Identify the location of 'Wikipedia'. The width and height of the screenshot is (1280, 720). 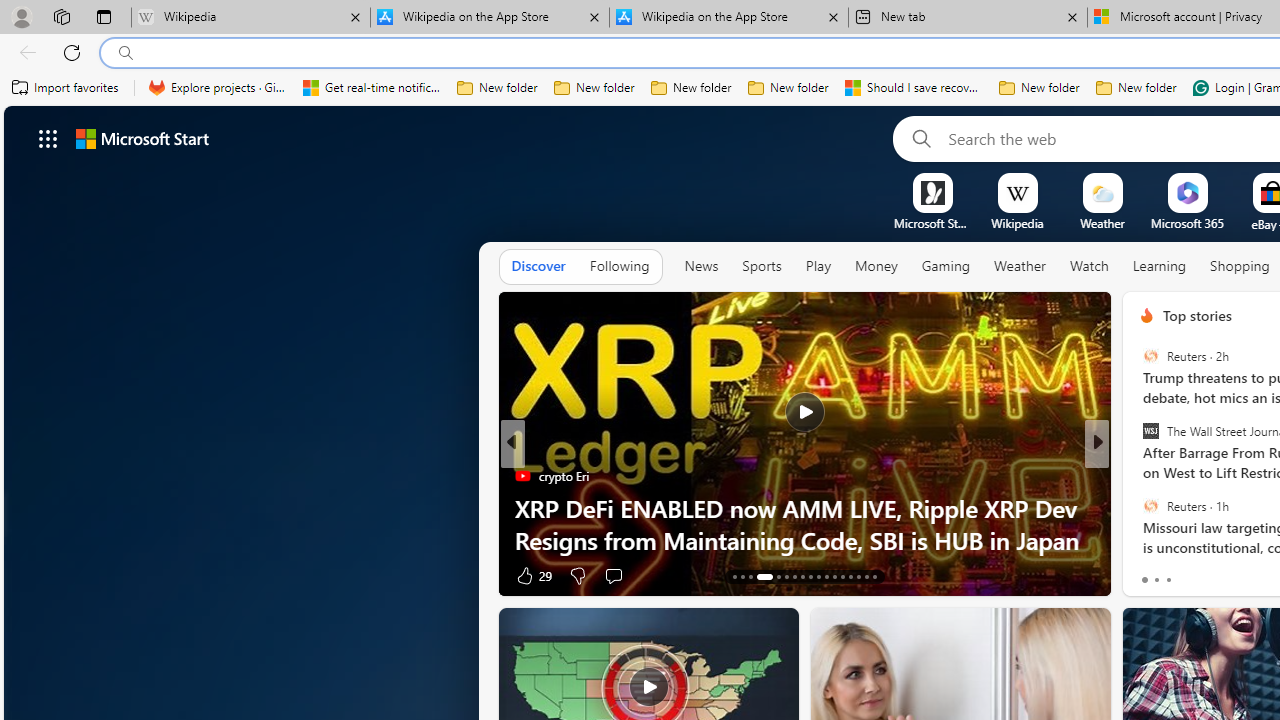
(1017, 223).